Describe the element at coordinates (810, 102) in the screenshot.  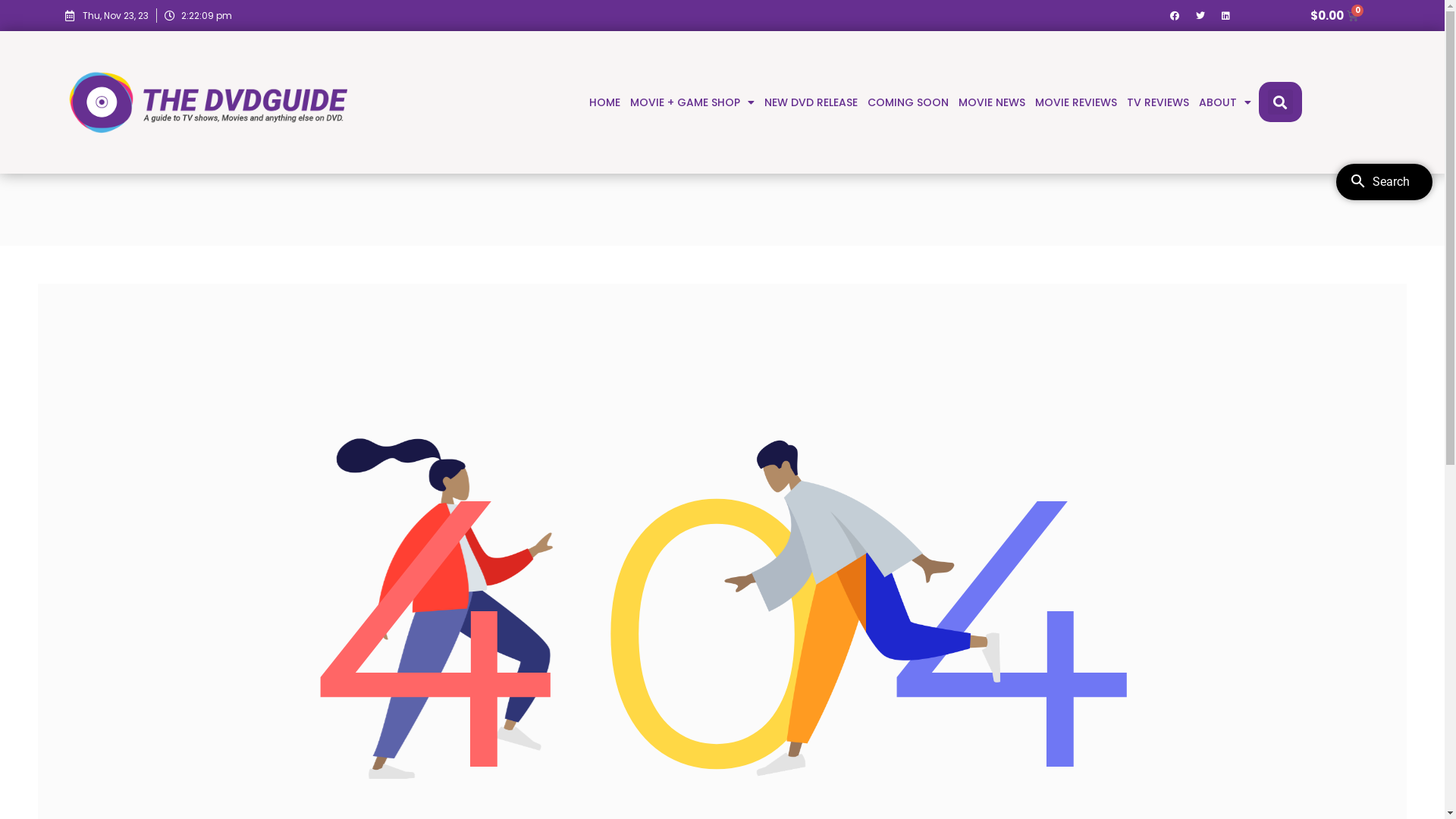
I see `'NEW DVD RELEASE'` at that location.